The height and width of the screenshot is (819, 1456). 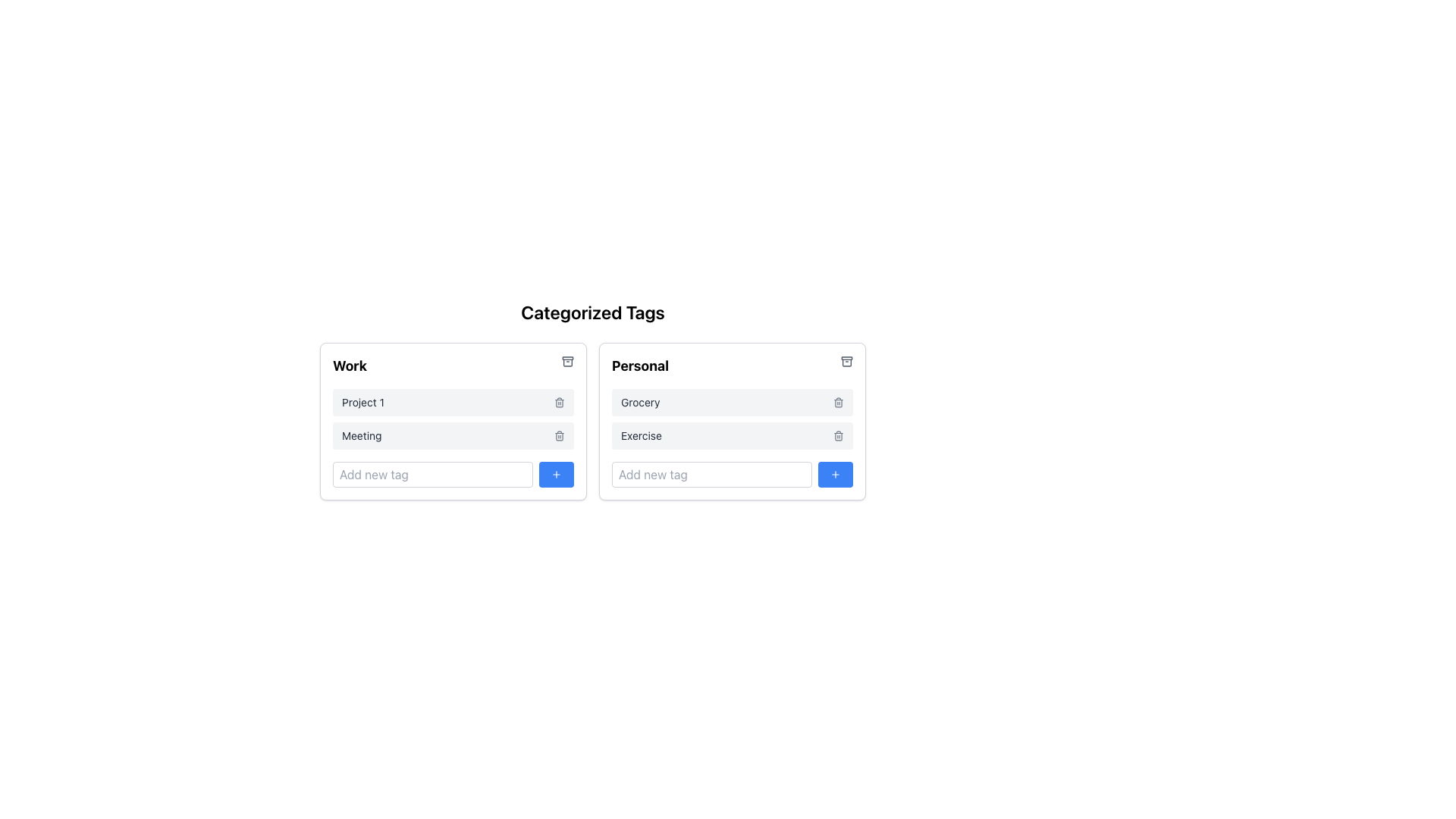 I want to click on the second trash icon button located inside the 'Work' category section, adjacent to the 'Meeting' text, so click(x=559, y=435).